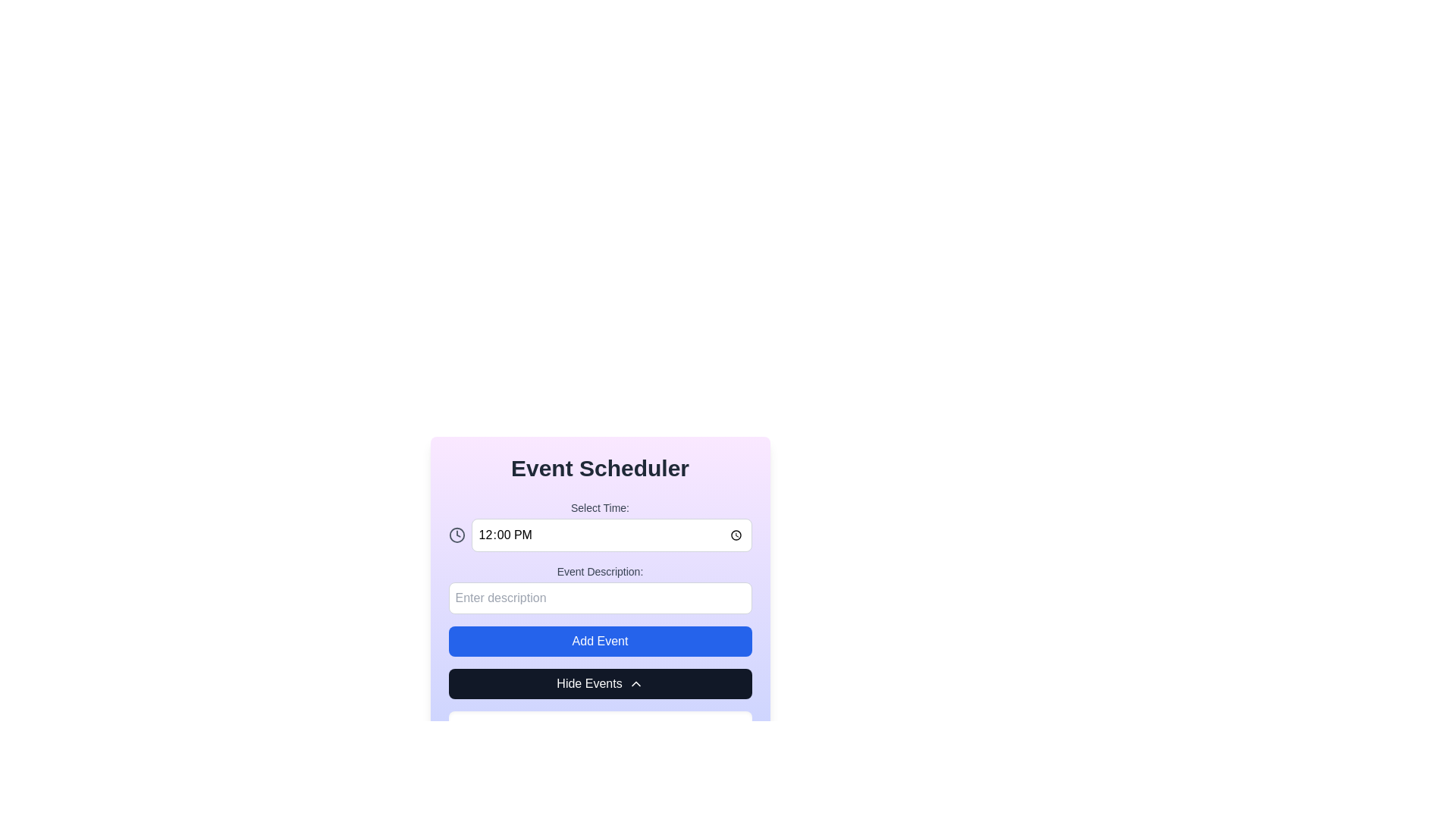 This screenshot has height=819, width=1456. Describe the element at coordinates (599, 588) in the screenshot. I see `the text input field labeled 'Event Description:' to focus on it` at that location.